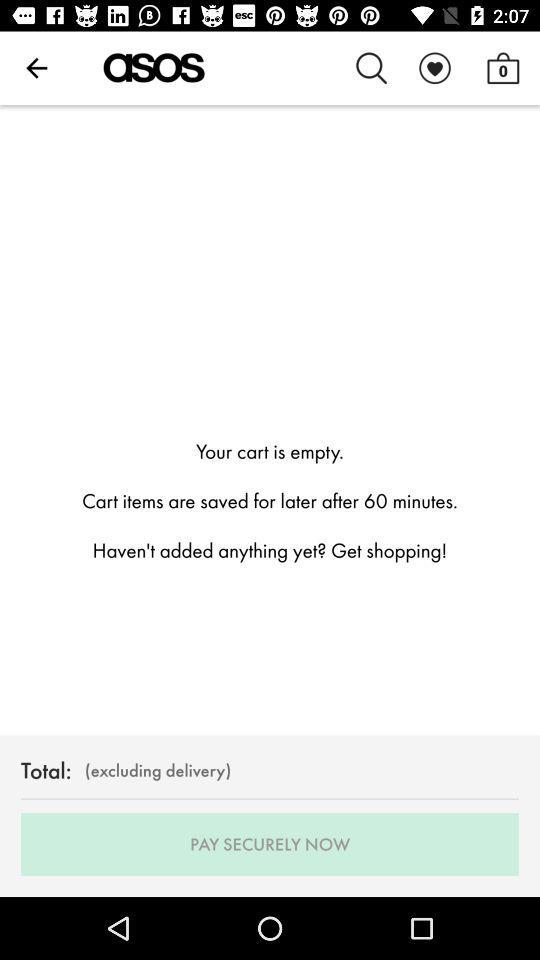 This screenshot has height=960, width=540. What do you see at coordinates (372, 68) in the screenshot?
I see `the item above the your cart is icon` at bounding box center [372, 68].